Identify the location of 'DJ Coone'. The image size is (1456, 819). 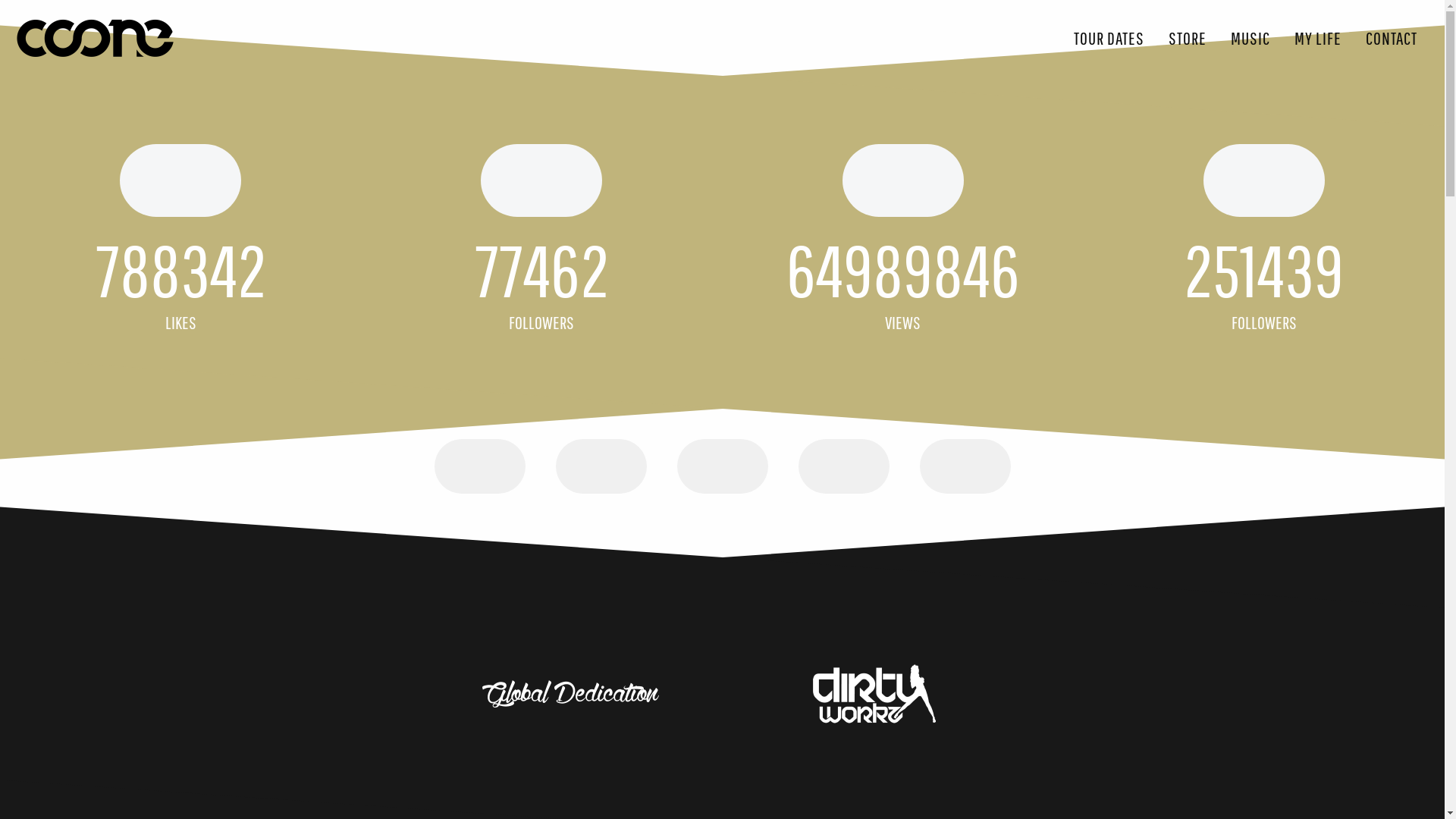
(93, 37).